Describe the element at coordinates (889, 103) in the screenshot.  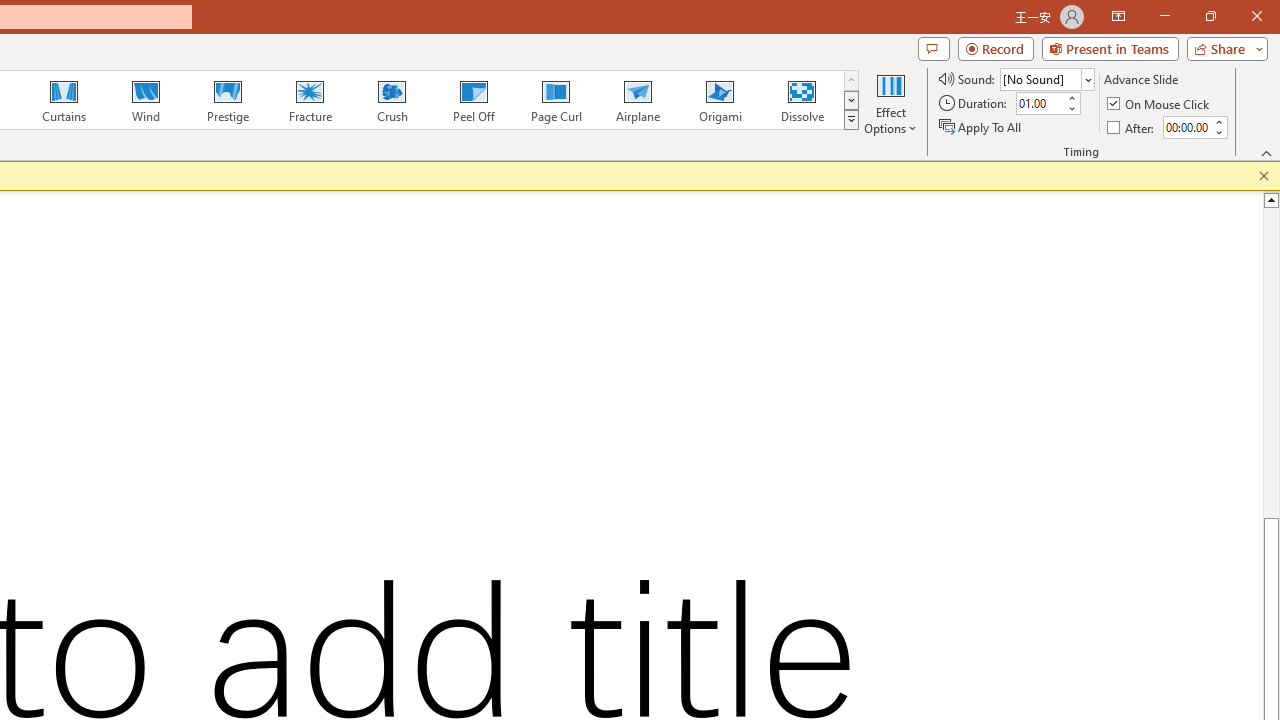
I see `'Effect Options'` at that location.